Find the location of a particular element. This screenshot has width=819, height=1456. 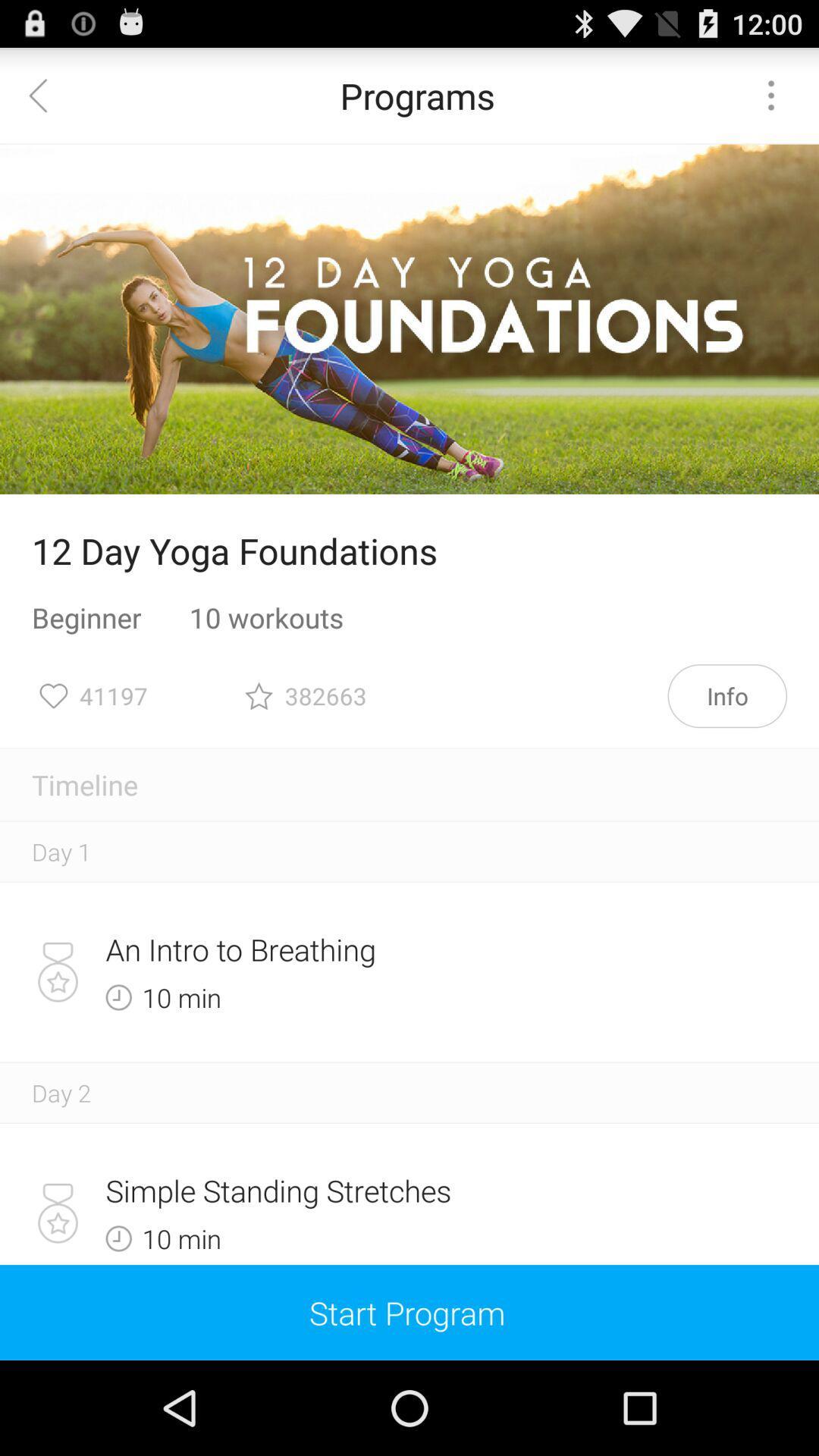

item to the right of programs icon is located at coordinates (771, 94).